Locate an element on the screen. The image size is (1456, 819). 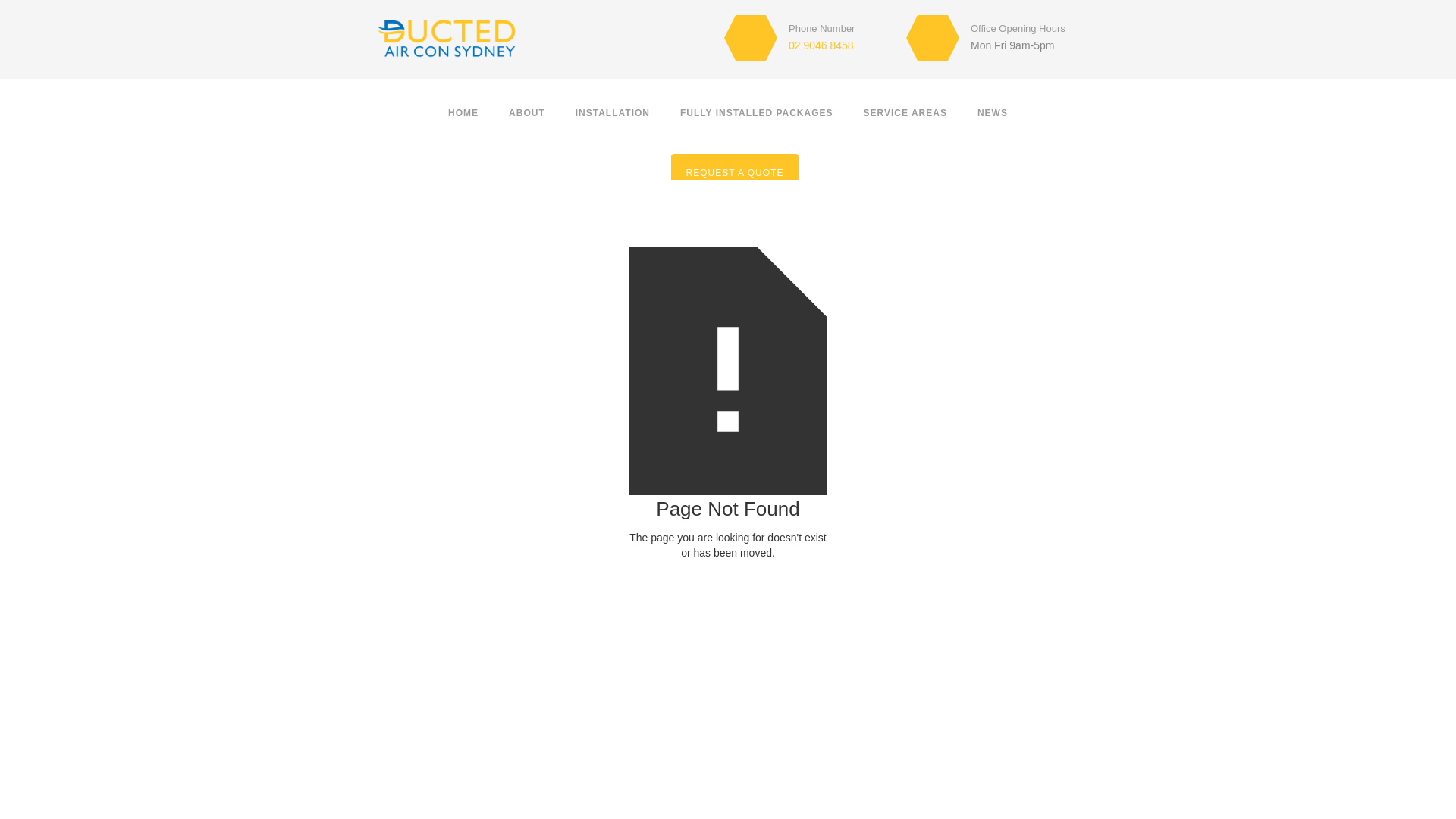
'REQUEST A QUOTE' is located at coordinates (735, 171).